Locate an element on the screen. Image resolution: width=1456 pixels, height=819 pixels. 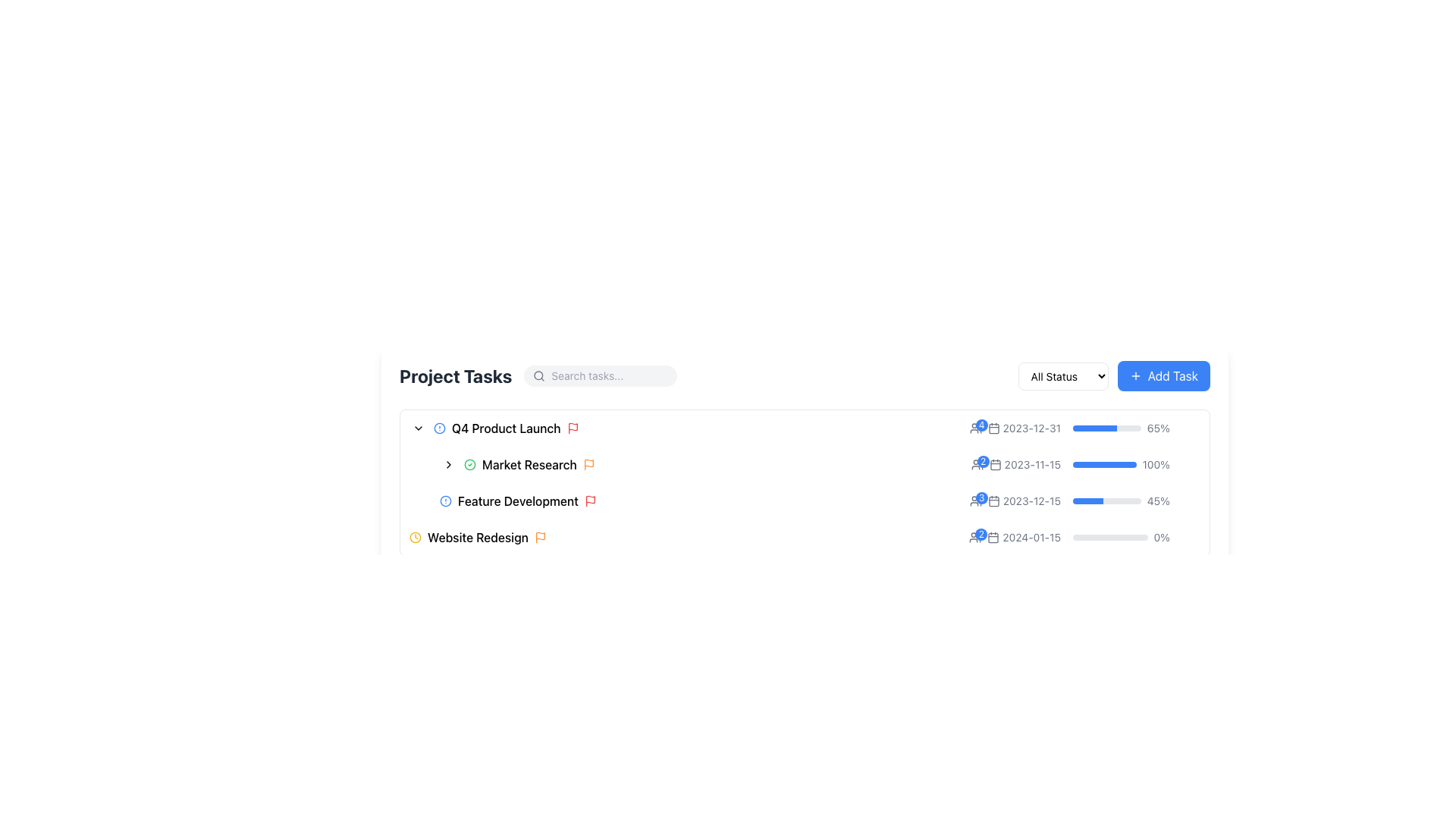
the blue circular badge displaying the number '2' that is located to the upper right of the group icon beside the date '2023-11-15' is located at coordinates (977, 464).